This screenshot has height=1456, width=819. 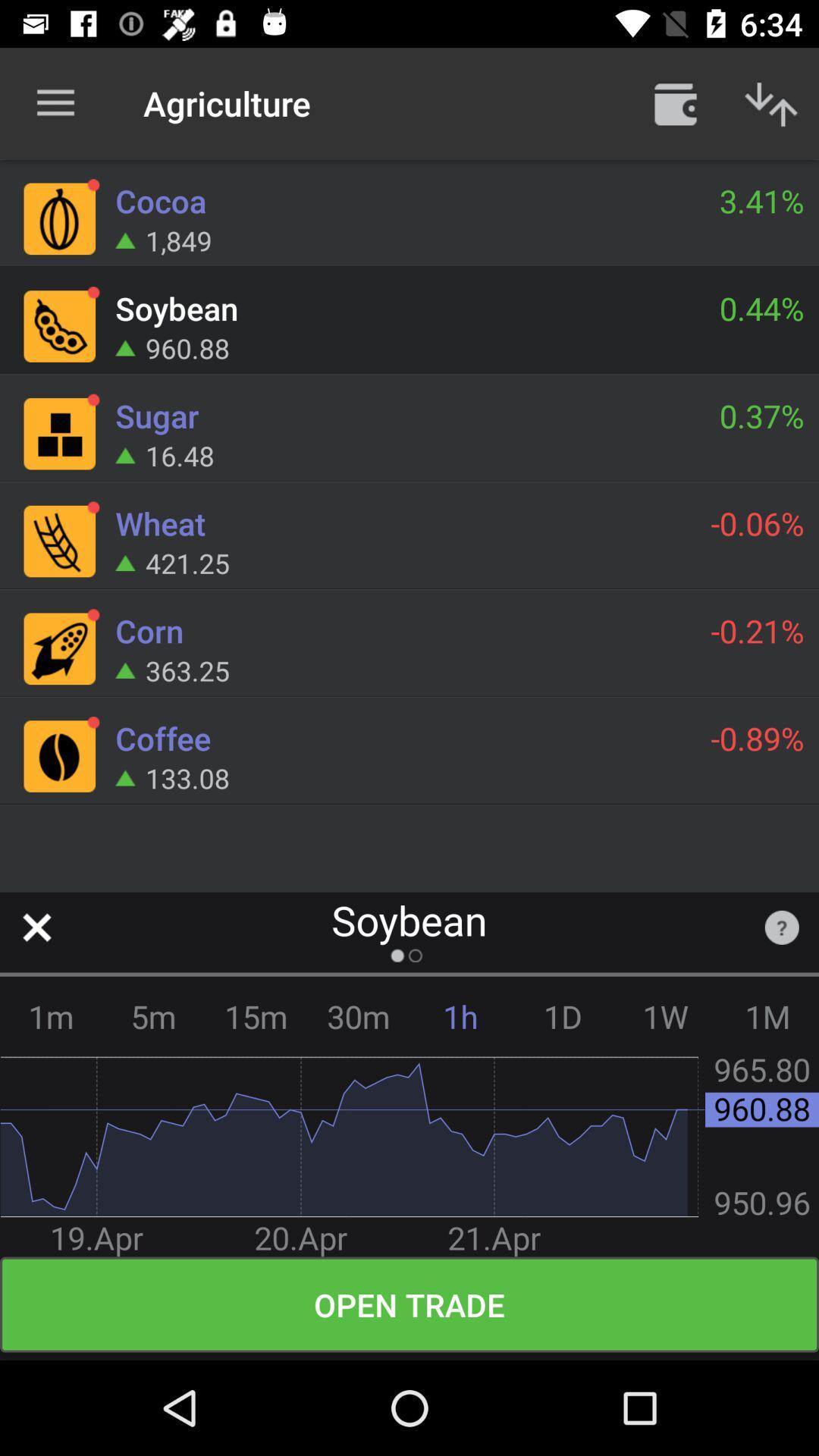 I want to click on close, so click(x=36, y=927).